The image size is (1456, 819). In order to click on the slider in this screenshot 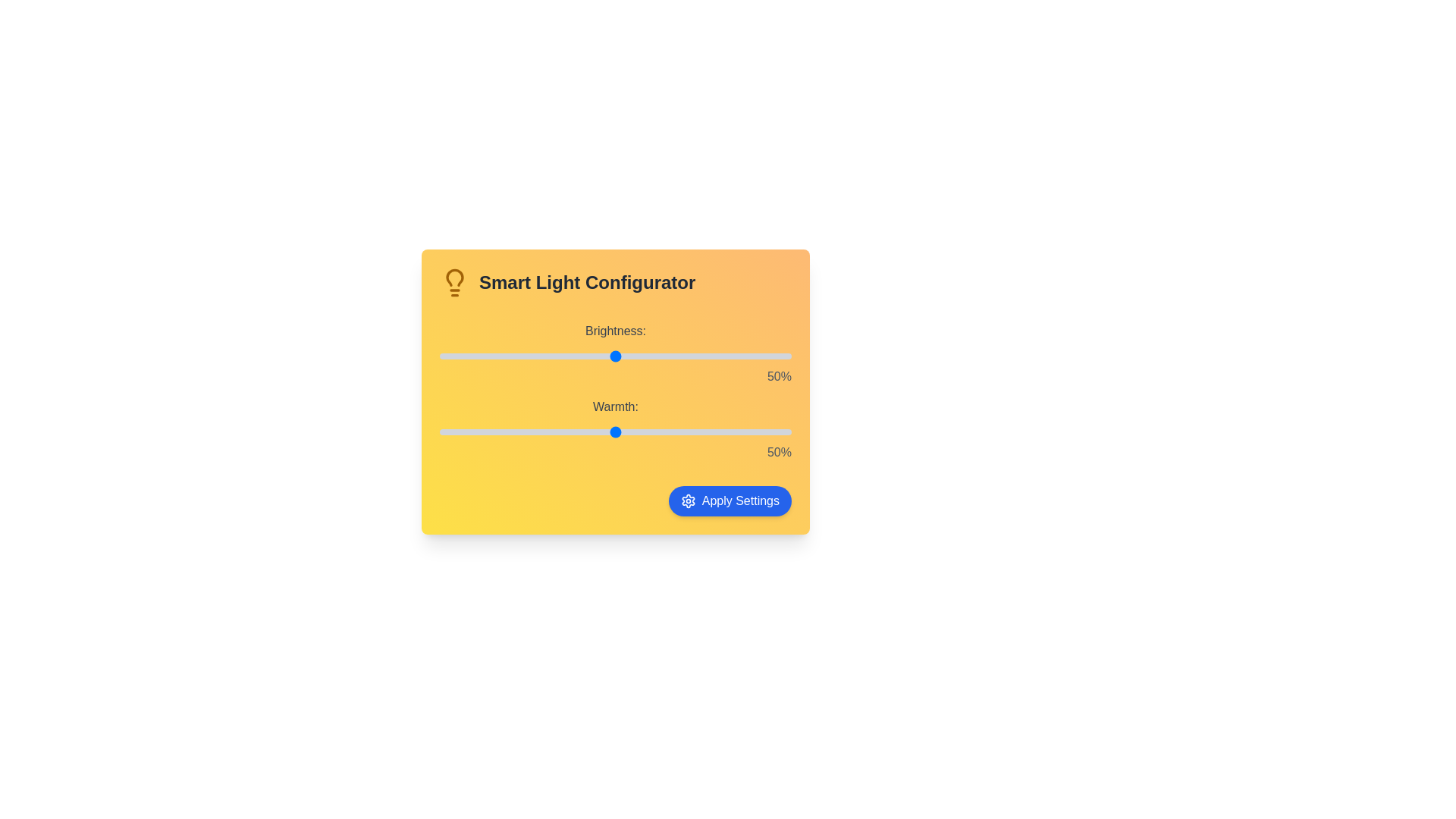, I will do `click(453, 432)`.